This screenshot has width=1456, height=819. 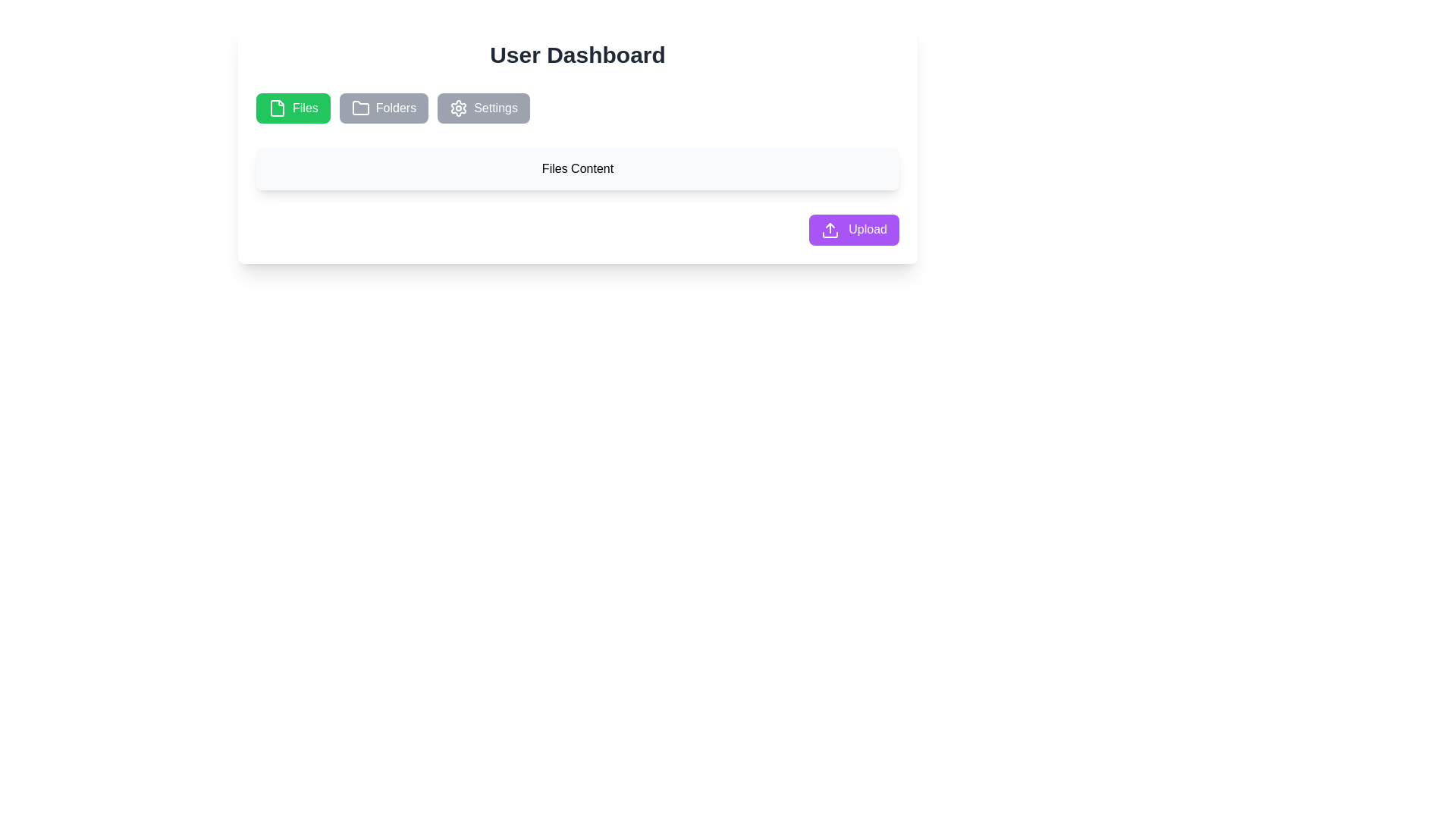 What do you see at coordinates (483, 107) in the screenshot?
I see `the 'Settings' button, which is the third button in a group of three, having a gray background and a gear icon to the left of the text, to observe the hover effects` at bounding box center [483, 107].